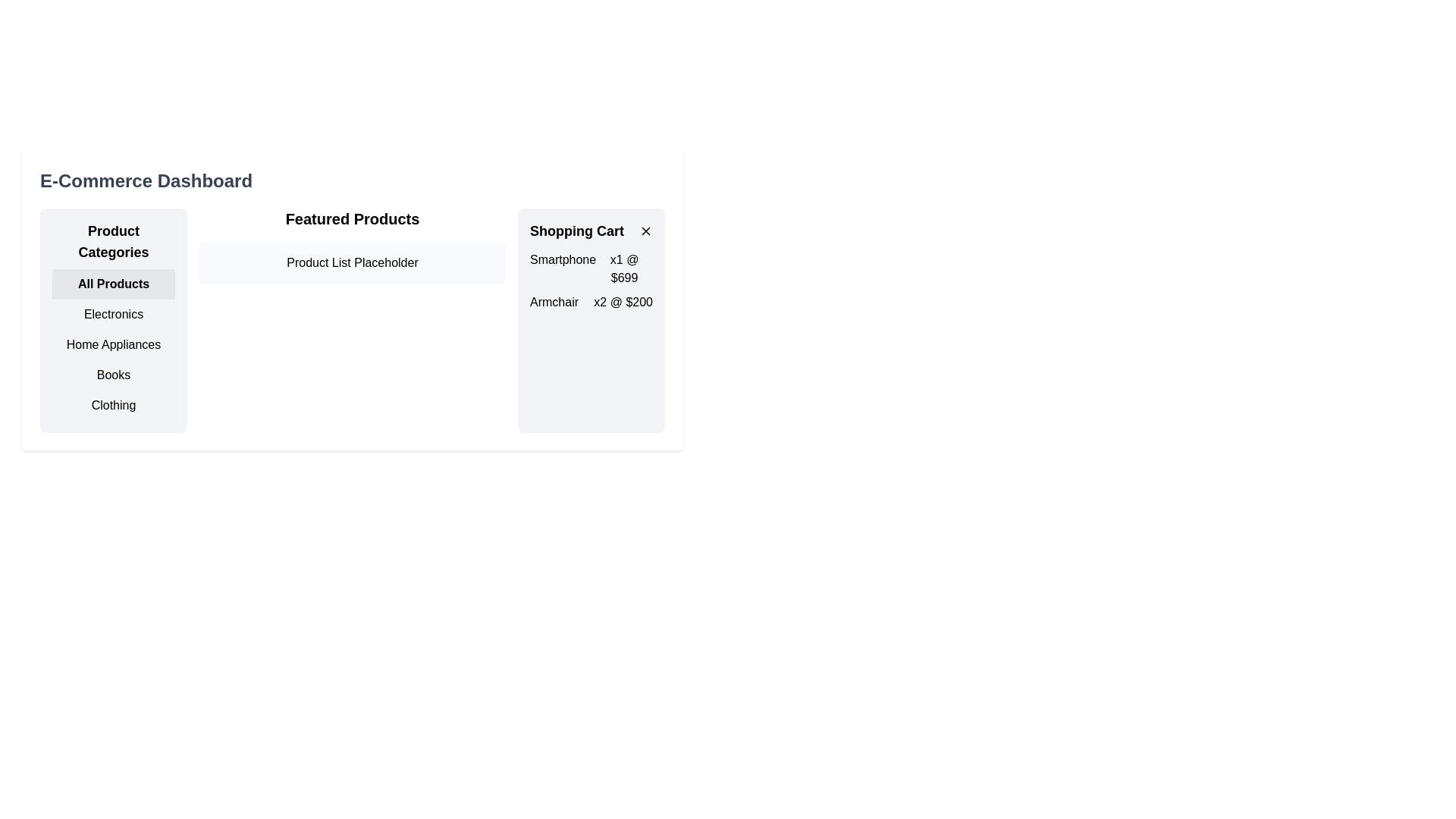  I want to click on the first item in the vertical list of categories under 'Product Categories', so click(112, 284).